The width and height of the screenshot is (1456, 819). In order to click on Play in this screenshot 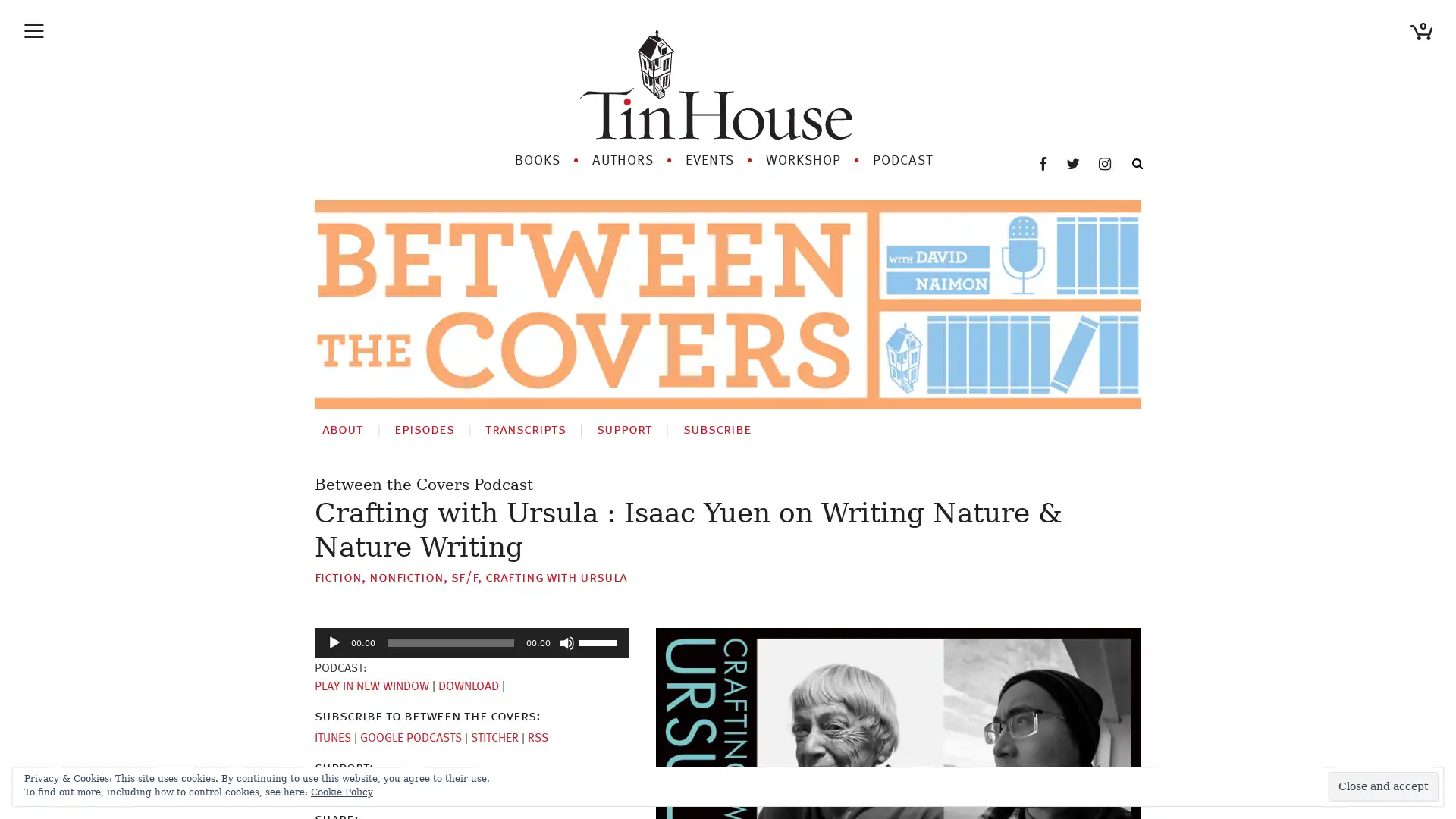, I will do `click(334, 642)`.